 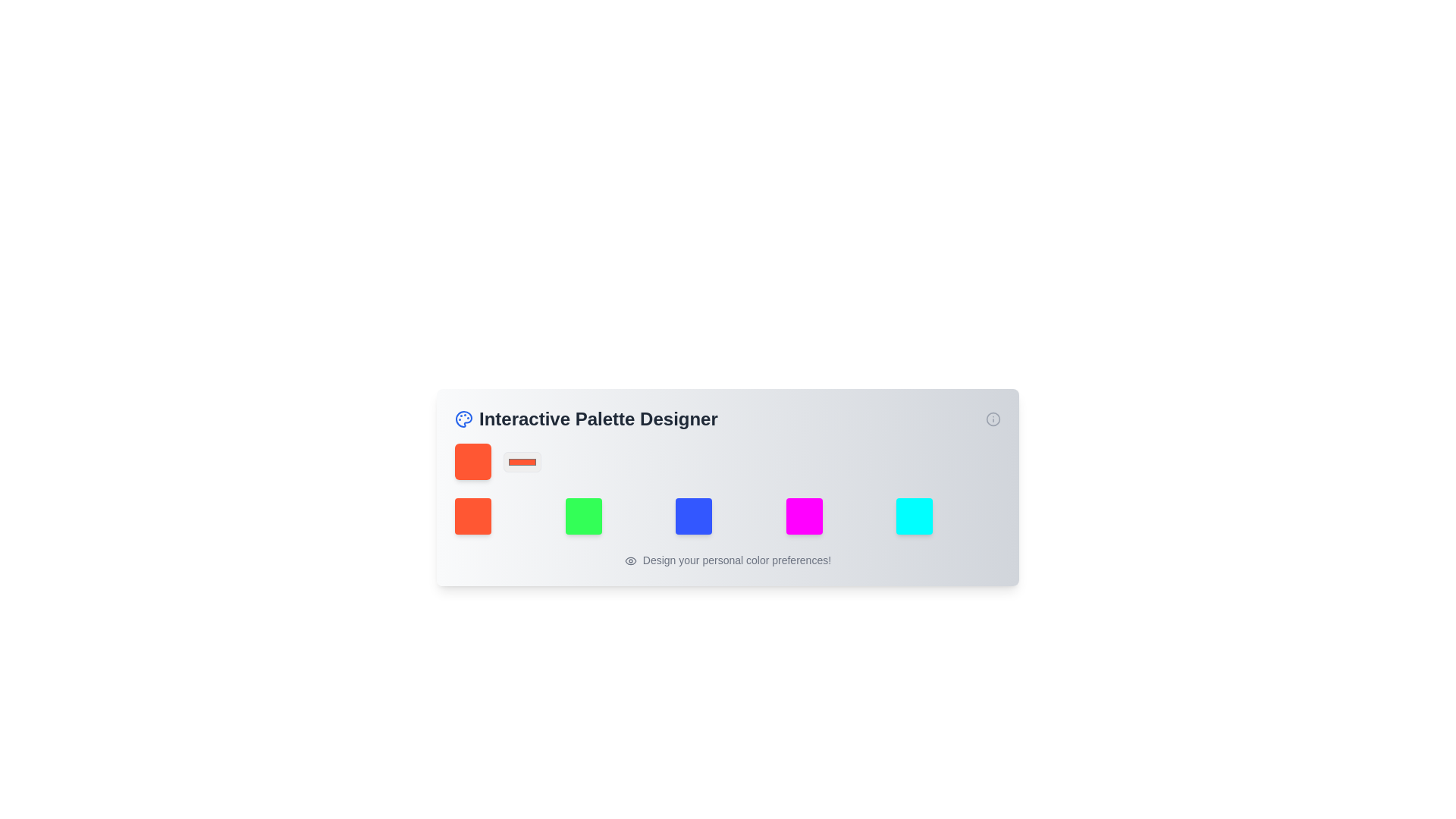 What do you see at coordinates (472, 461) in the screenshot?
I see `the first color swatch in the Interactive Palette Designer, which visually represents the color orange` at bounding box center [472, 461].